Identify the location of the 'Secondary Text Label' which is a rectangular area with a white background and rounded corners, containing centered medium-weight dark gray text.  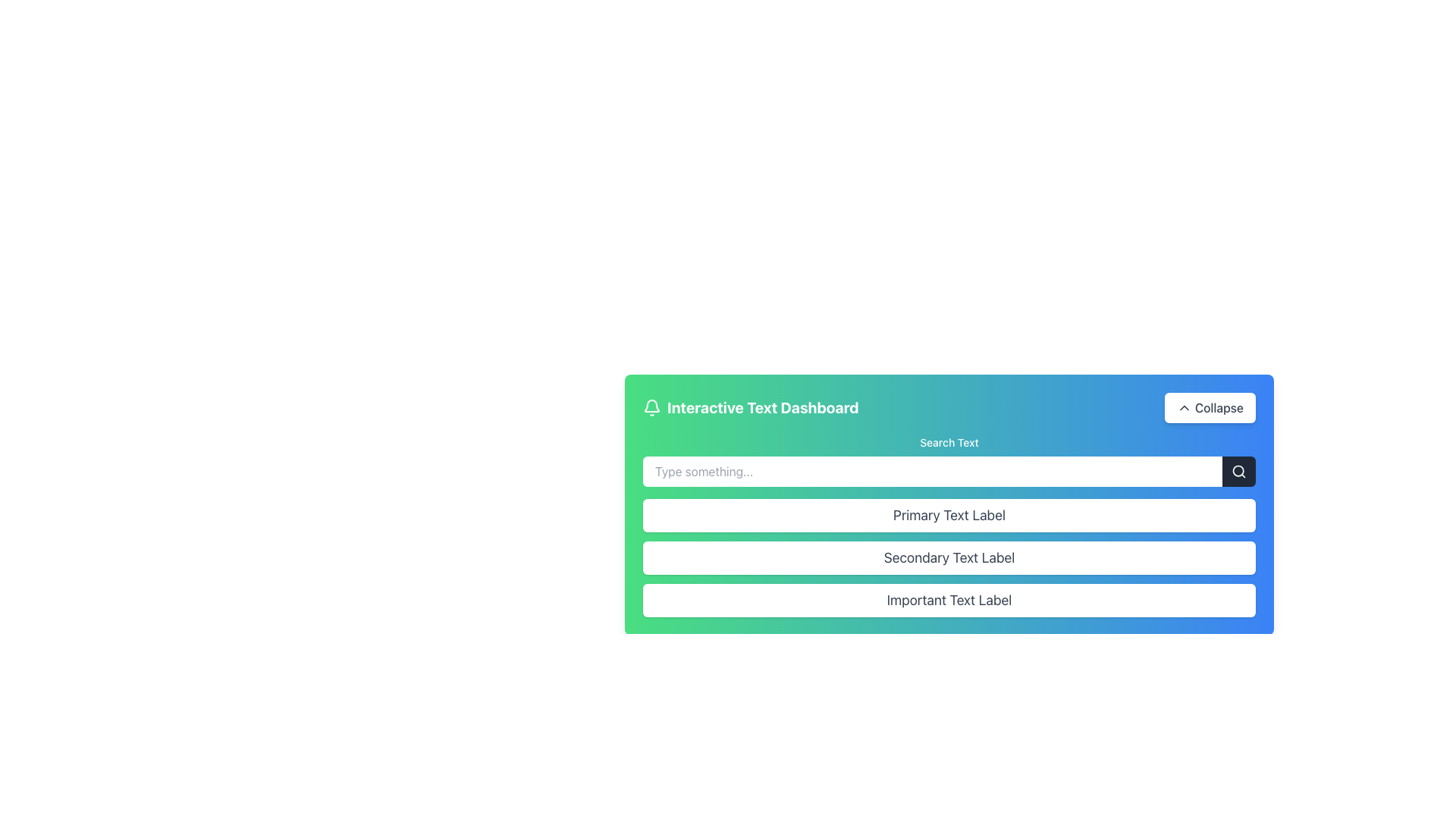
(949, 558).